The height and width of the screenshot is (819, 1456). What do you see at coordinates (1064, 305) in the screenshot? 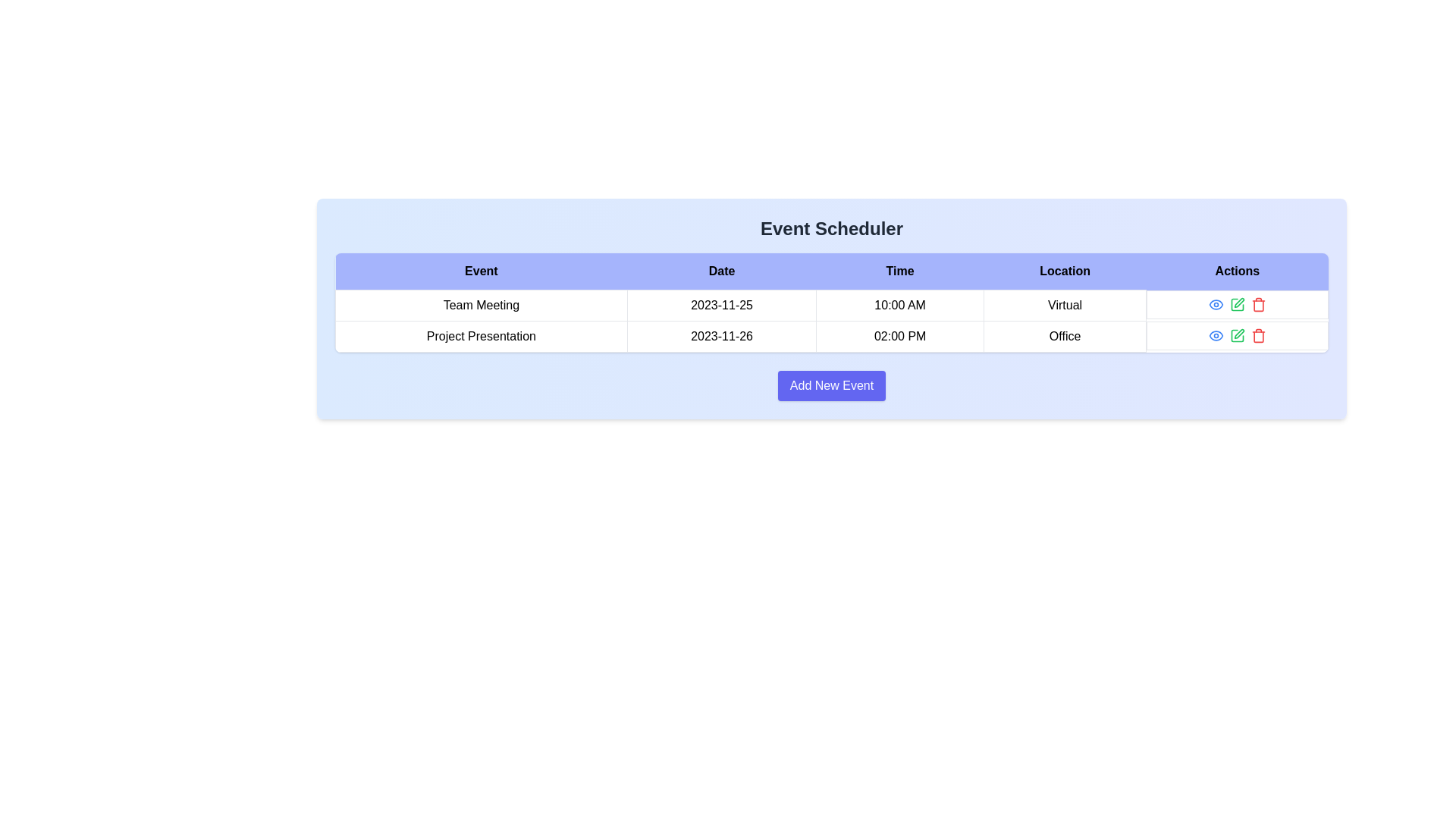
I see `the Static Text Label that indicates the virtual location of the event 'Team Meeting' in the 'Location' column of the table` at bounding box center [1064, 305].